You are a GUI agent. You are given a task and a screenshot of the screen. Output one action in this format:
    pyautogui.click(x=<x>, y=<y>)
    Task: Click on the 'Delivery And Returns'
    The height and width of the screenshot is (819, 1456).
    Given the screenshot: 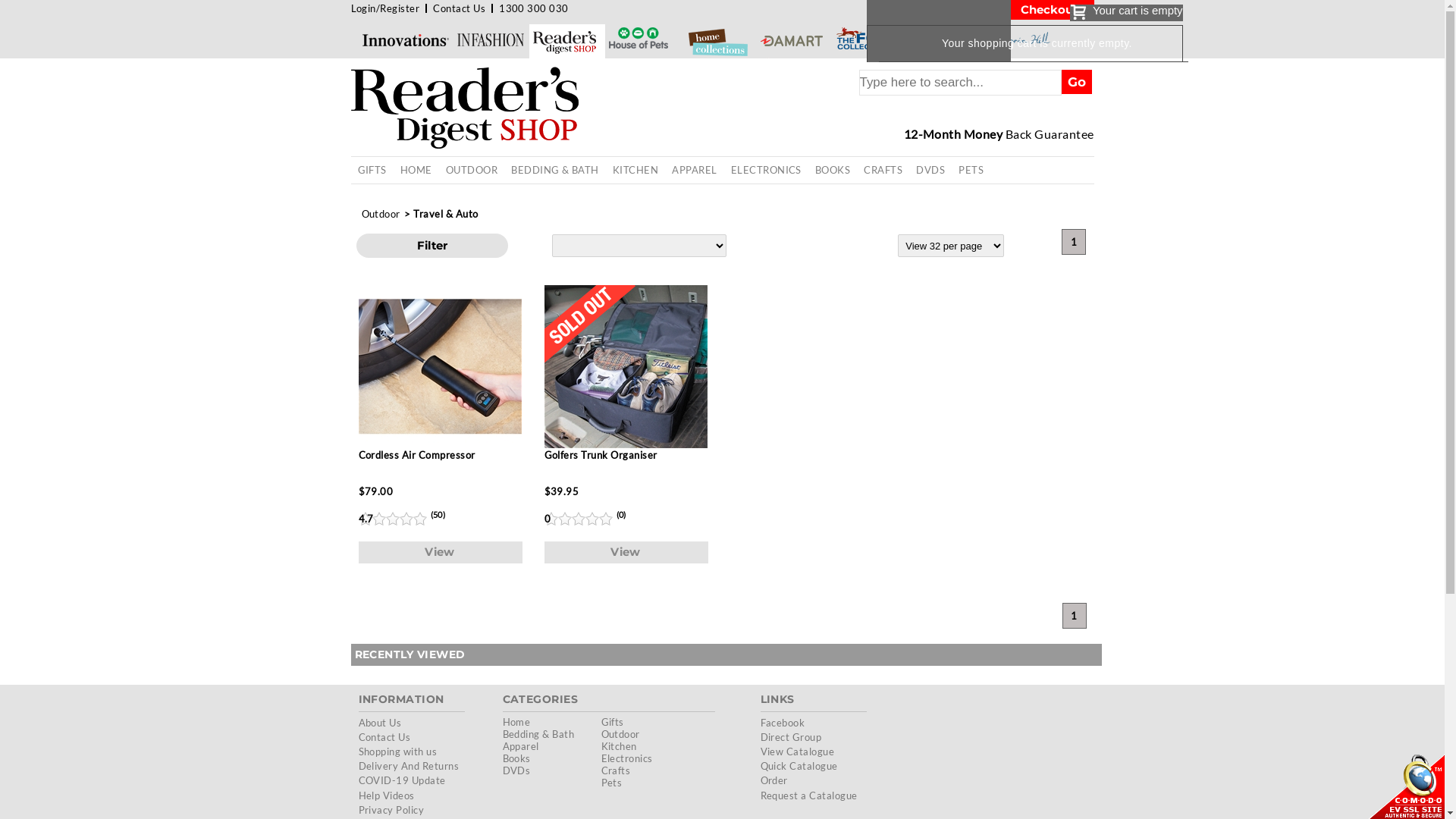 What is the action you would take?
    pyautogui.click(x=356, y=766)
    